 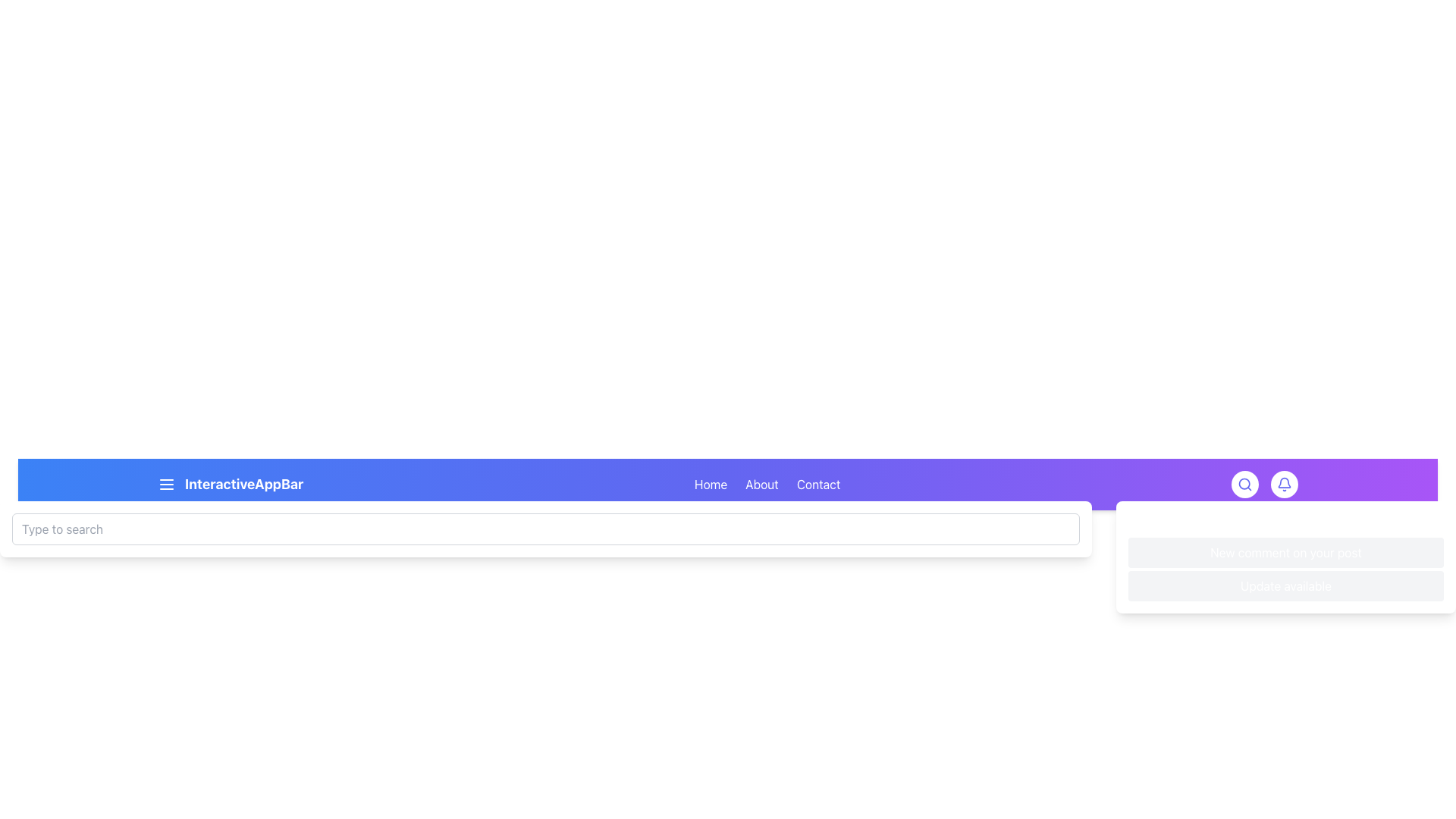 What do you see at coordinates (167, 485) in the screenshot?
I see `the menu toggle icon located in the blue header bar` at bounding box center [167, 485].